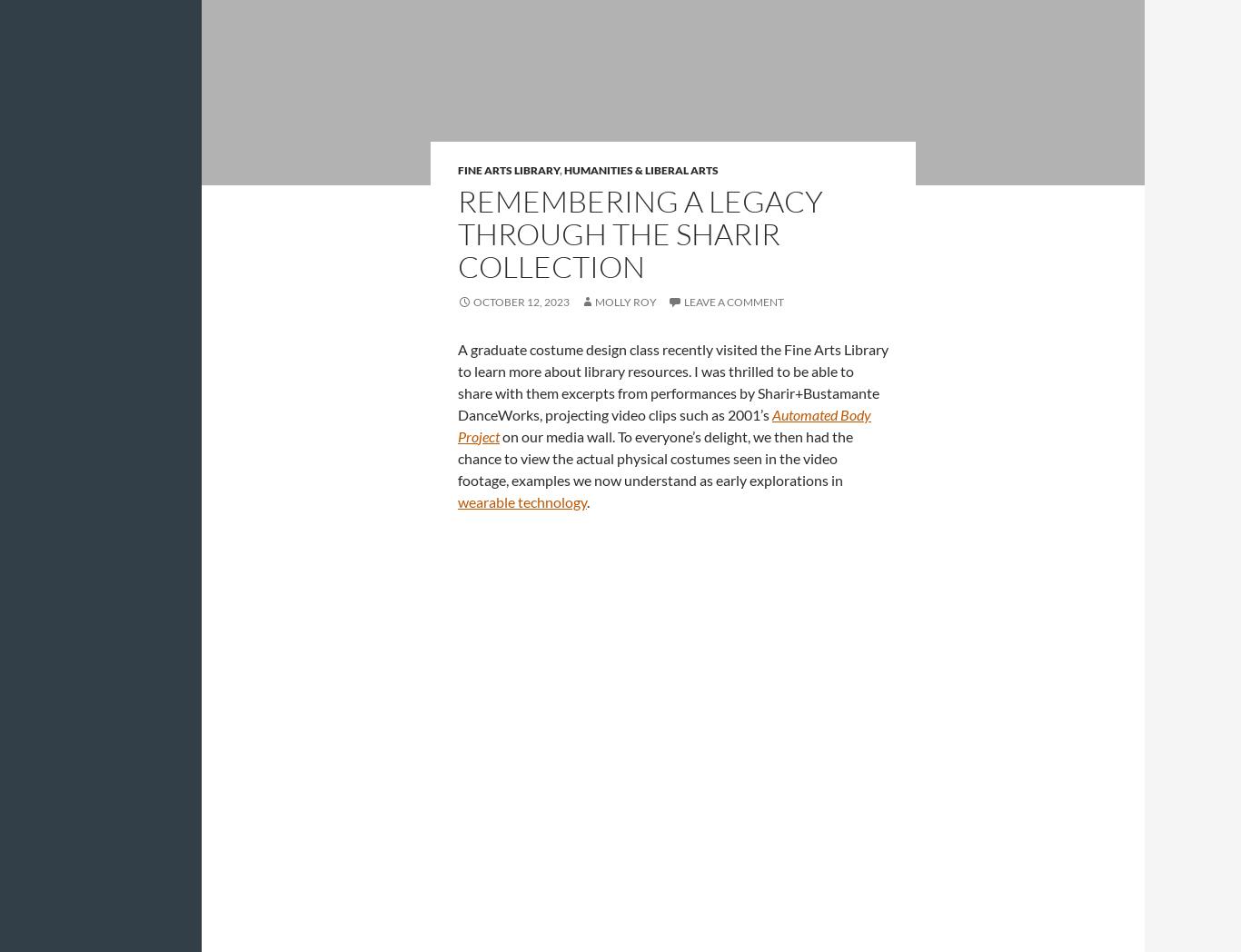 Image resolution: width=1241 pixels, height=952 pixels. Describe the element at coordinates (509, 168) in the screenshot. I see `'Fine Arts Library'` at that location.